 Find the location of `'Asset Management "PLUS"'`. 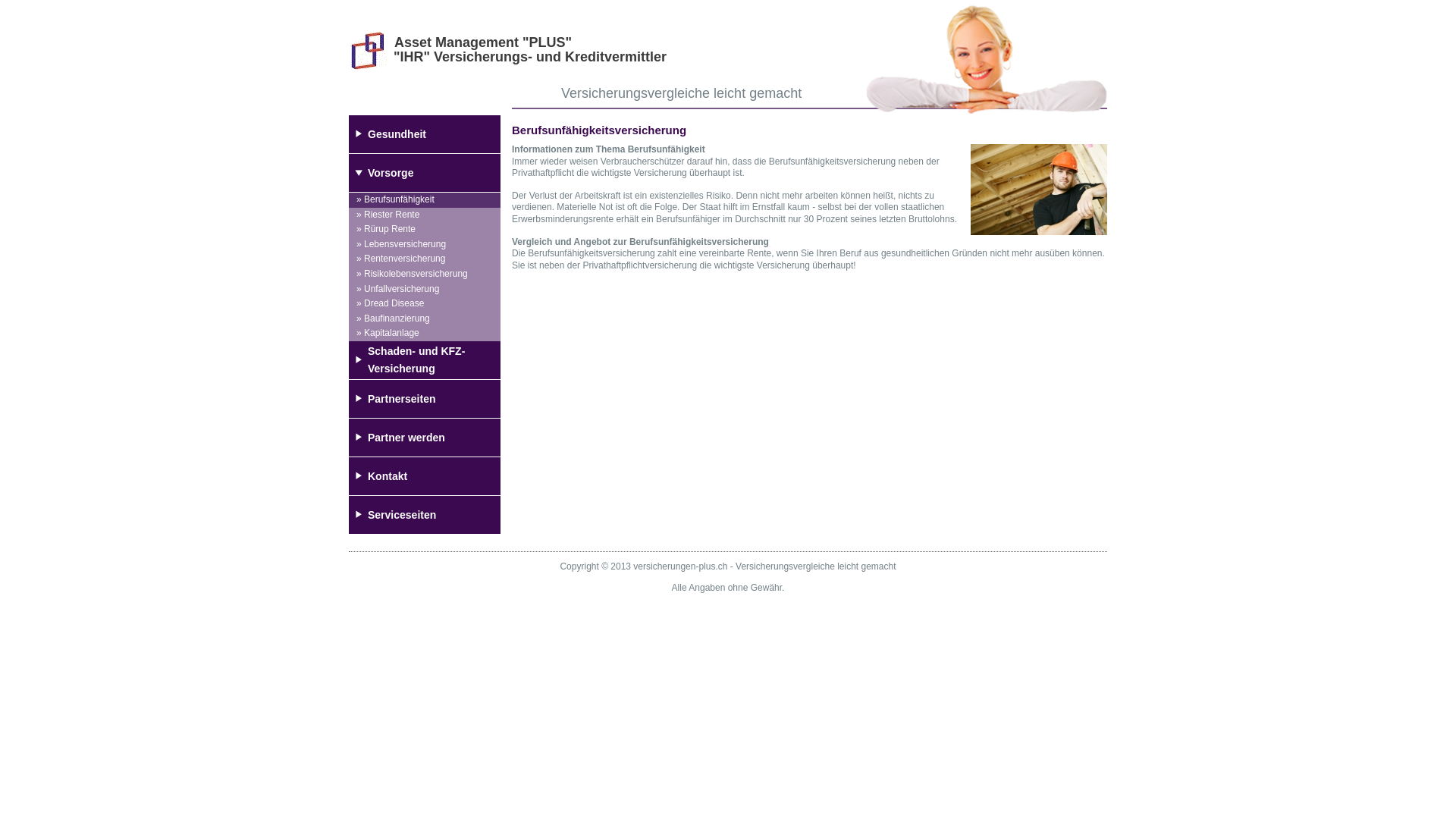

'Asset Management "PLUS"' is located at coordinates (482, 42).